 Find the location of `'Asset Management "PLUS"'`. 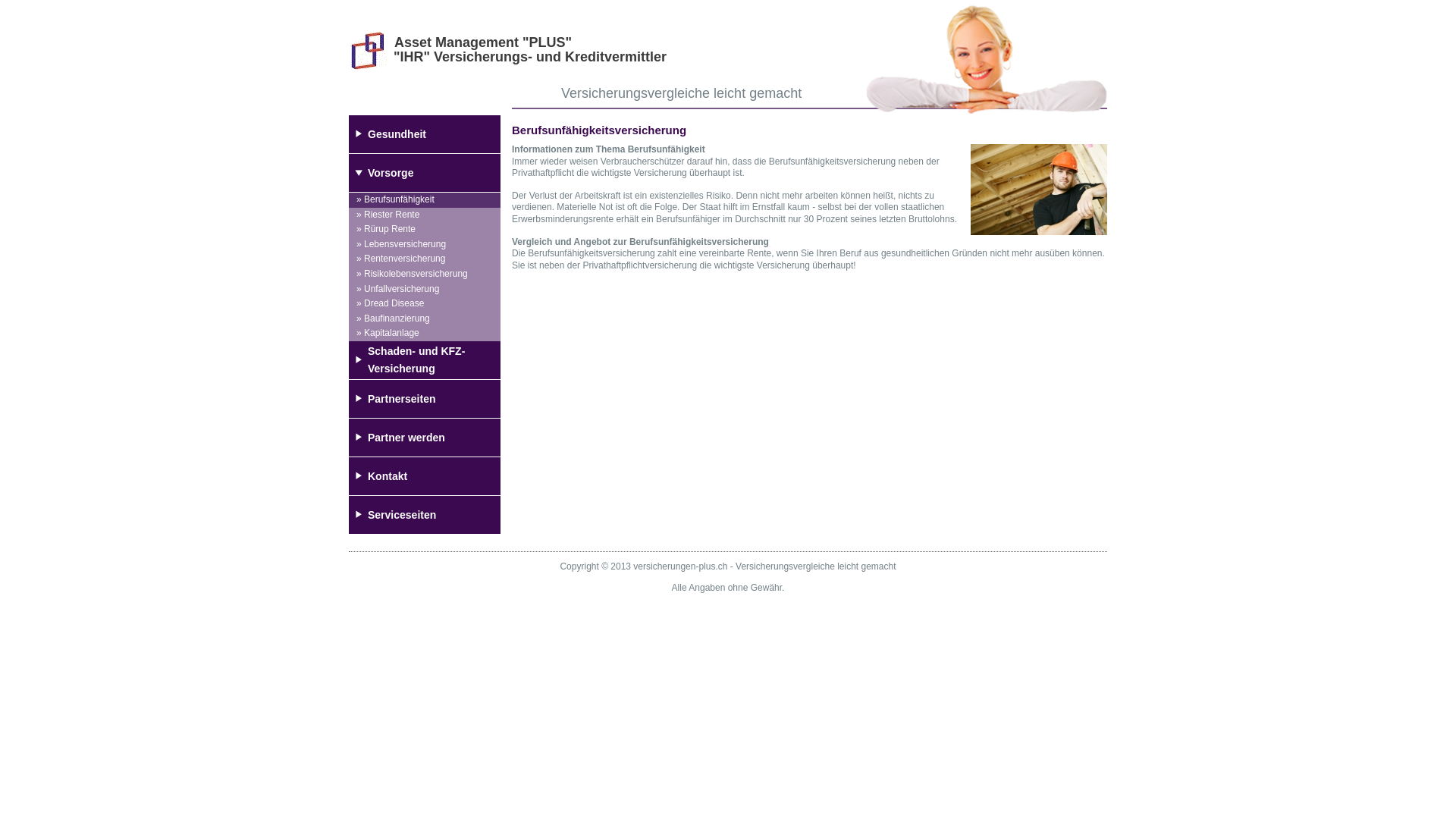

'Asset Management "PLUS"' is located at coordinates (482, 42).